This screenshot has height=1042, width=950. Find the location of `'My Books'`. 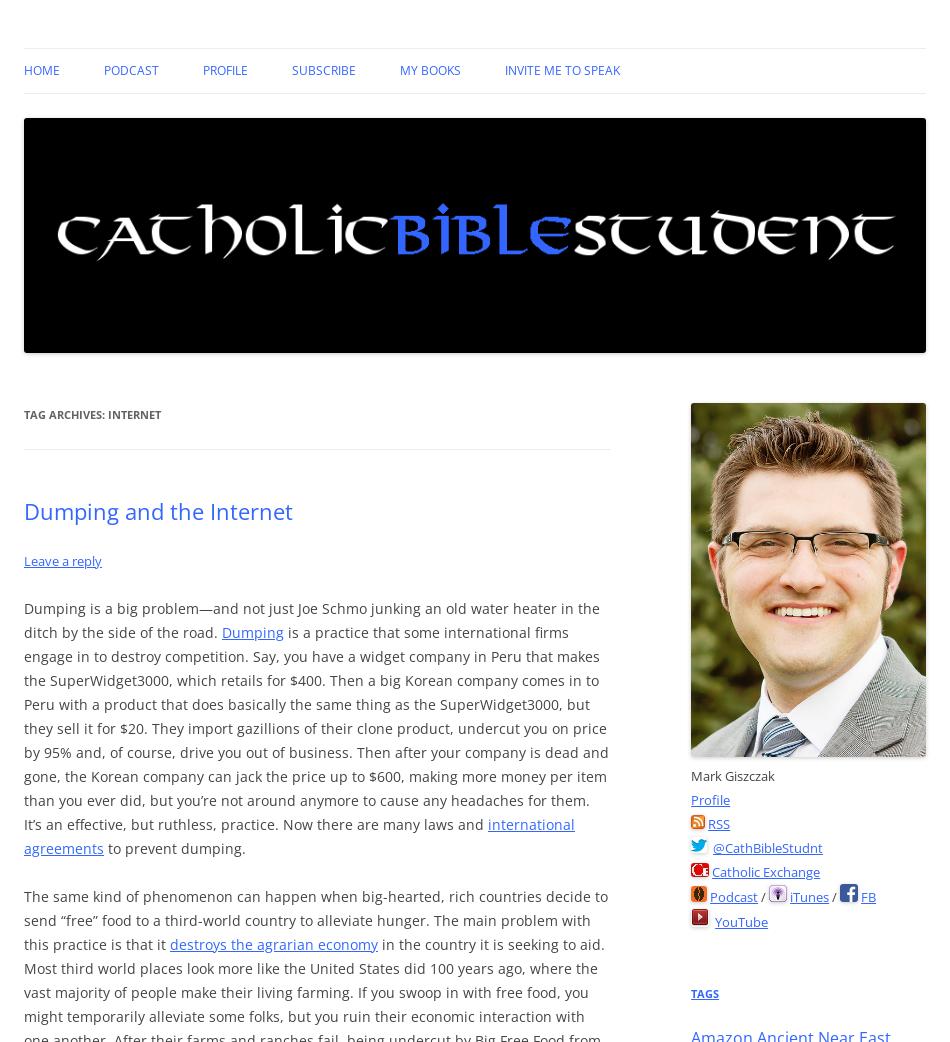

'My Books' is located at coordinates (429, 69).